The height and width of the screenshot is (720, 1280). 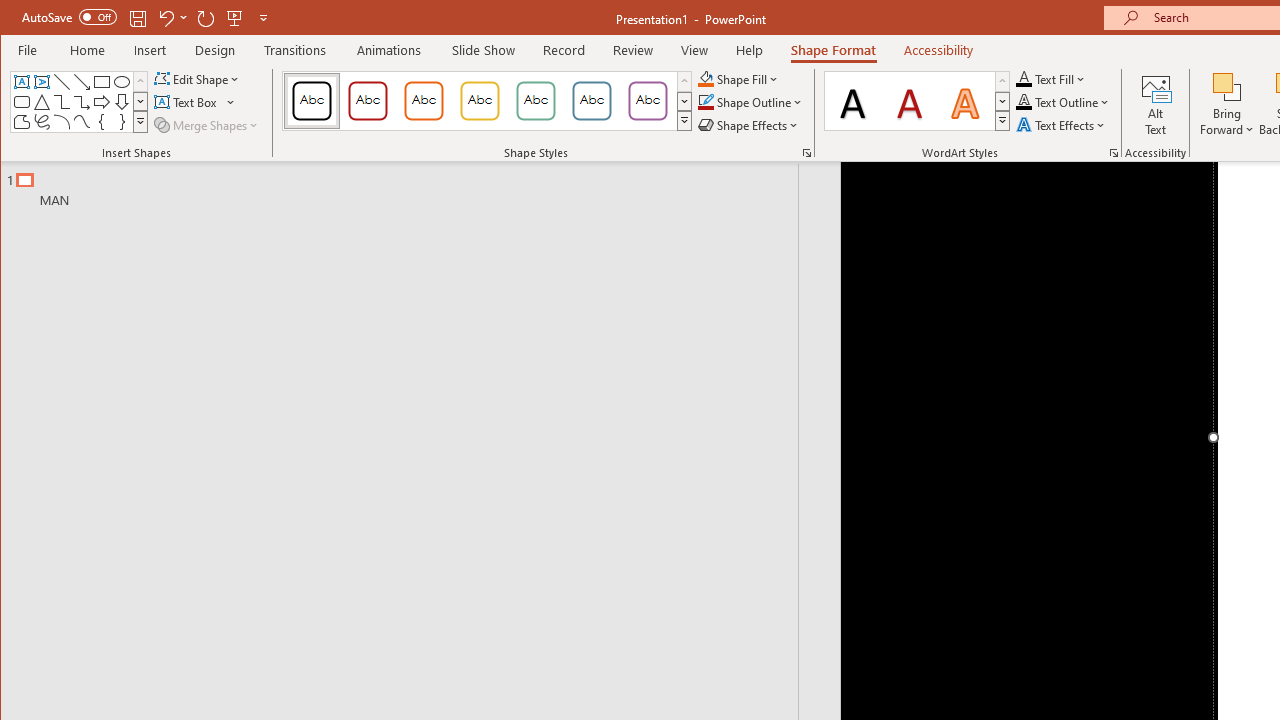 What do you see at coordinates (1062, 102) in the screenshot?
I see `'Text Outline'` at bounding box center [1062, 102].